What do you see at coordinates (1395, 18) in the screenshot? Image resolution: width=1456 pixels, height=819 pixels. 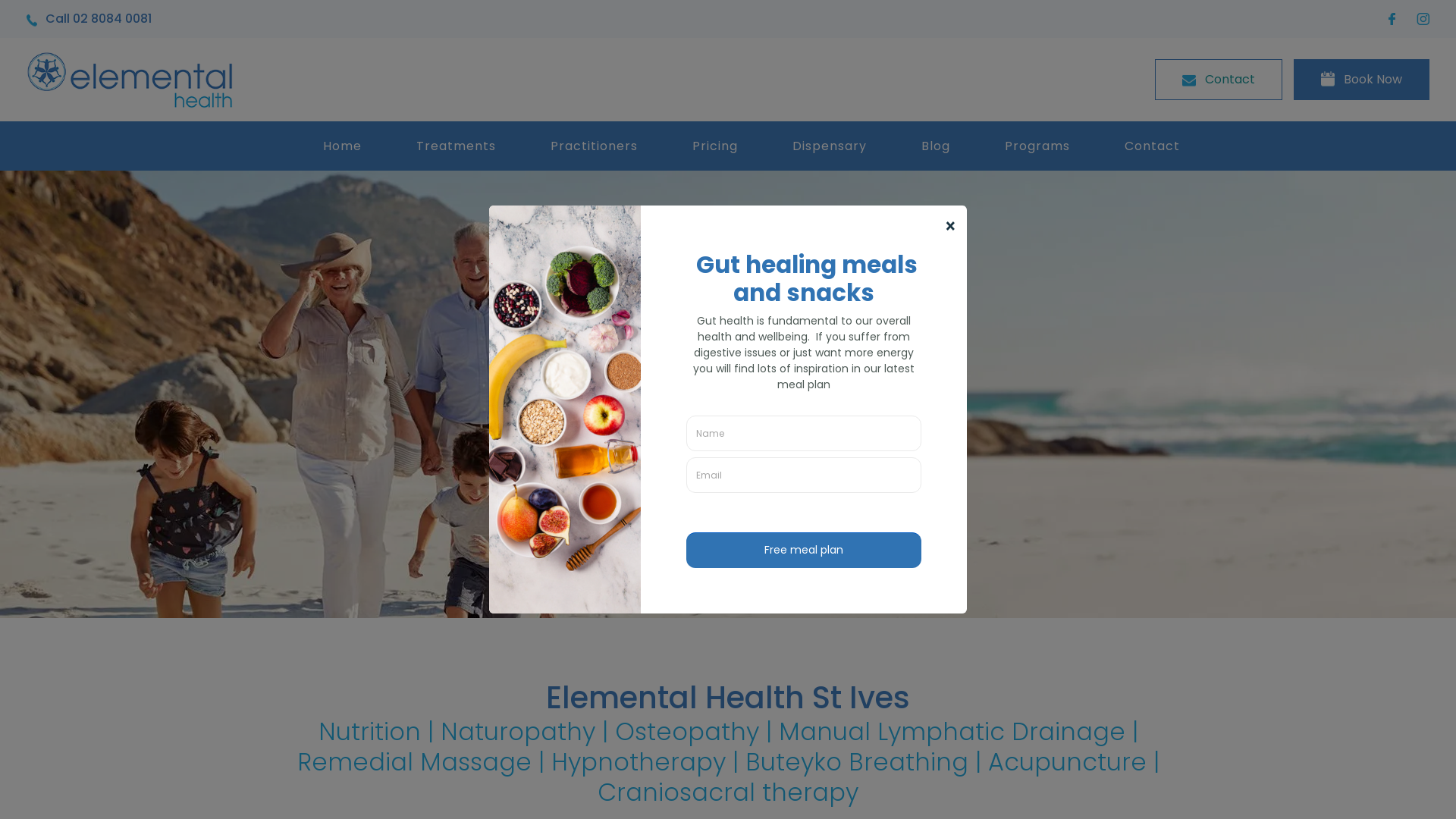 I see `'facebook'` at bounding box center [1395, 18].